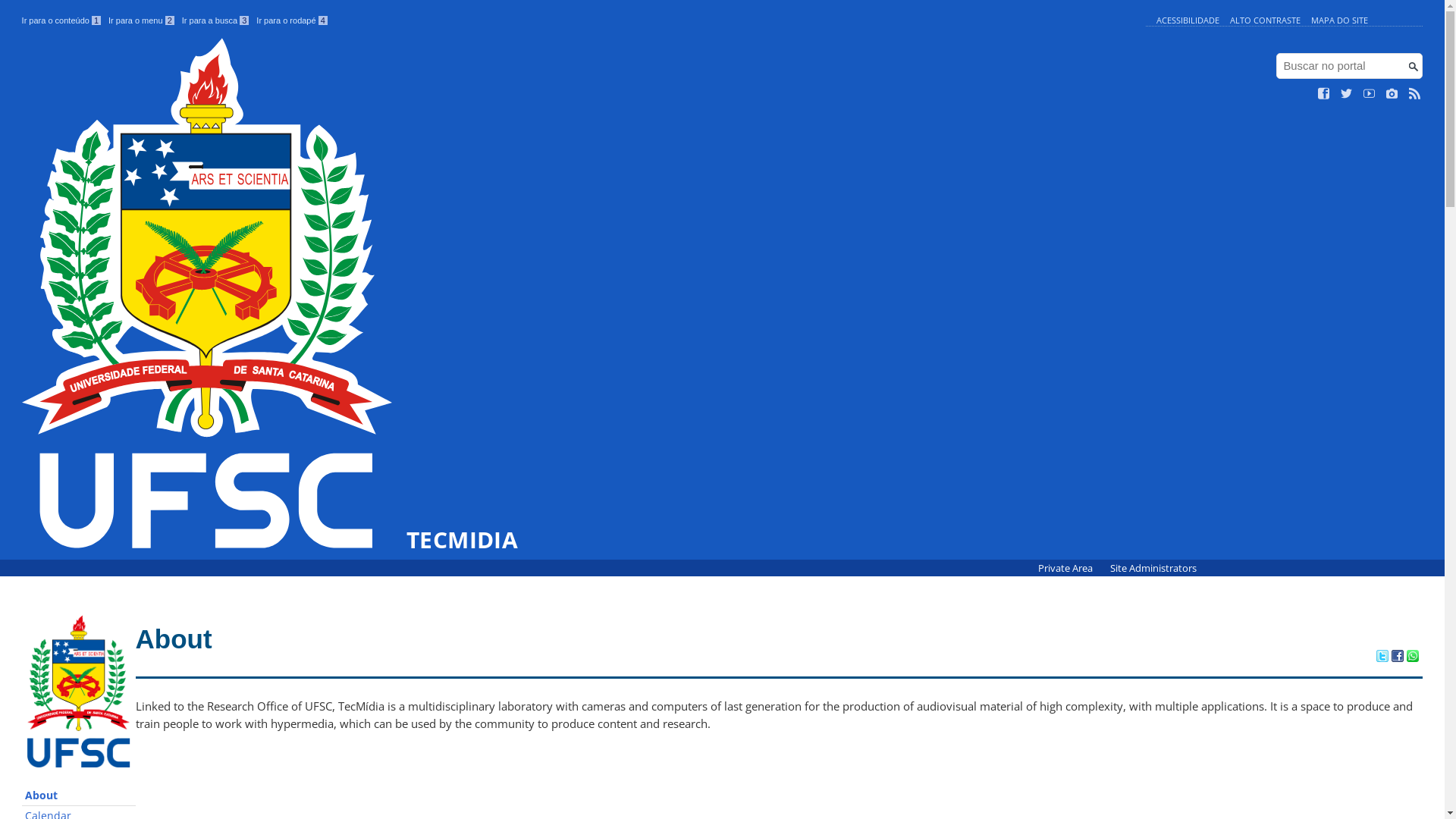 The height and width of the screenshot is (819, 1456). I want to click on 'ALTO CONTRASTE', so click(1265, 20).